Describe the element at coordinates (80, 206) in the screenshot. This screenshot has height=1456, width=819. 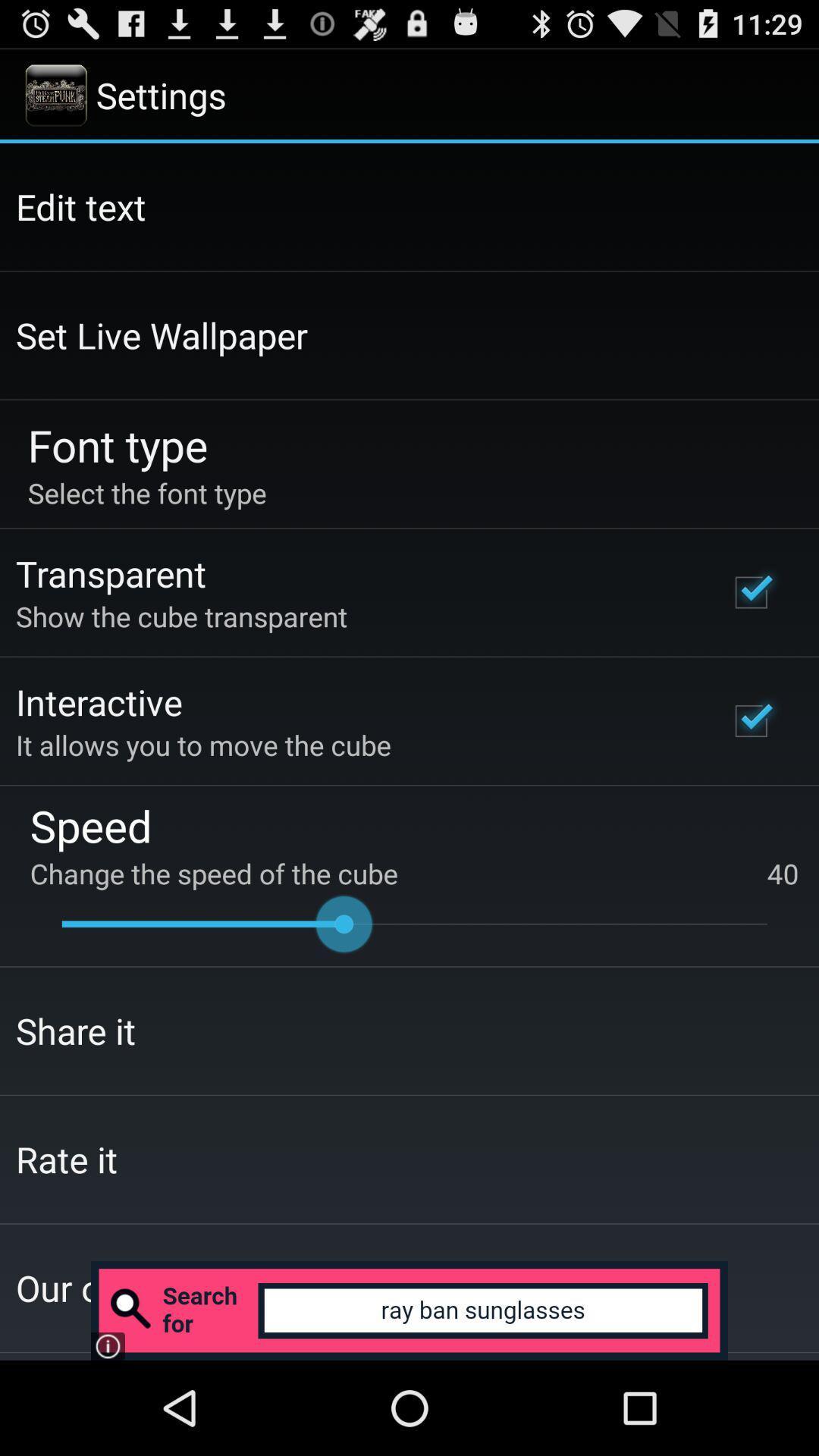
I see `the icon above the set live wallpaper item` at that location.